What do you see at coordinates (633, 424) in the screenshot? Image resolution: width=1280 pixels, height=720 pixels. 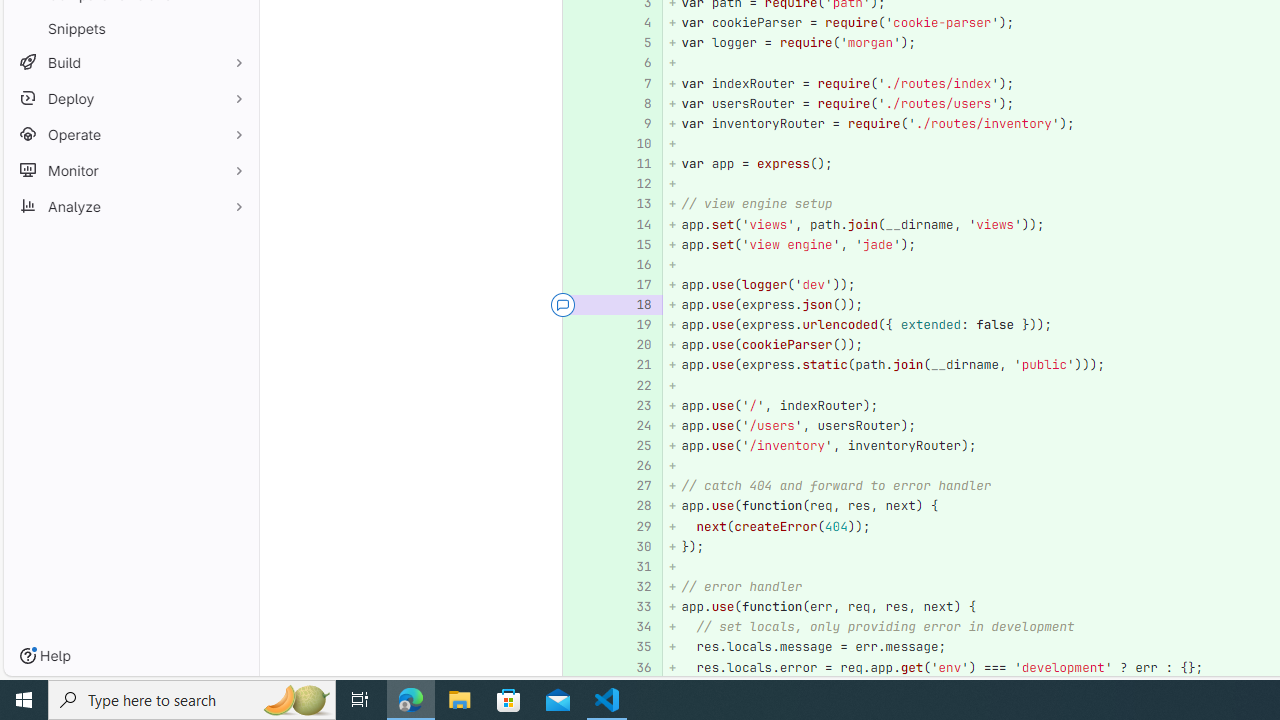 I see `'24'` at bounding box center [633, 424].